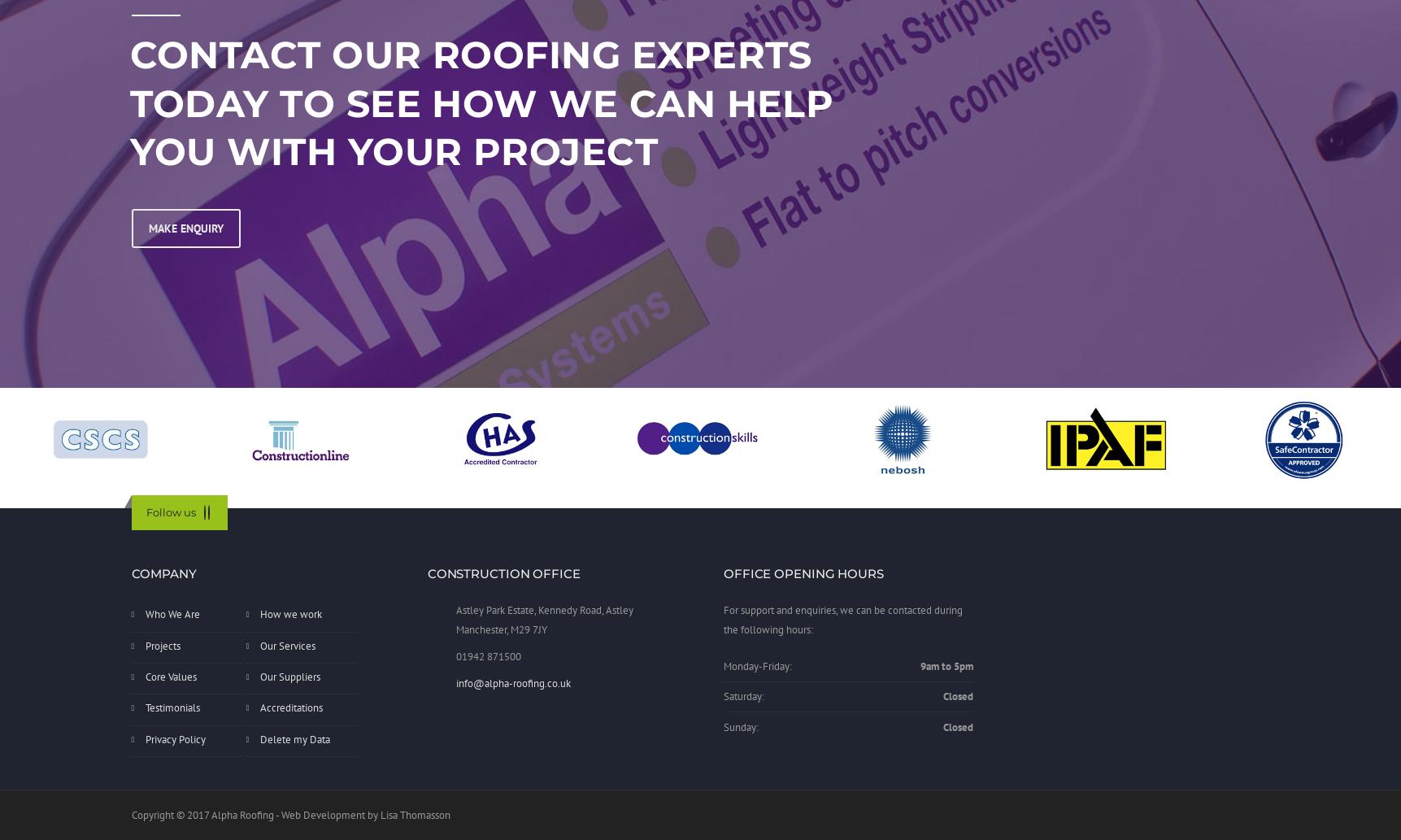 Image resolution: width=1401 pixels, height=840 pixels. Describe the element at coordinates (756, 665) in the screenshot. I see `'Monday-Friday:'` at that location.